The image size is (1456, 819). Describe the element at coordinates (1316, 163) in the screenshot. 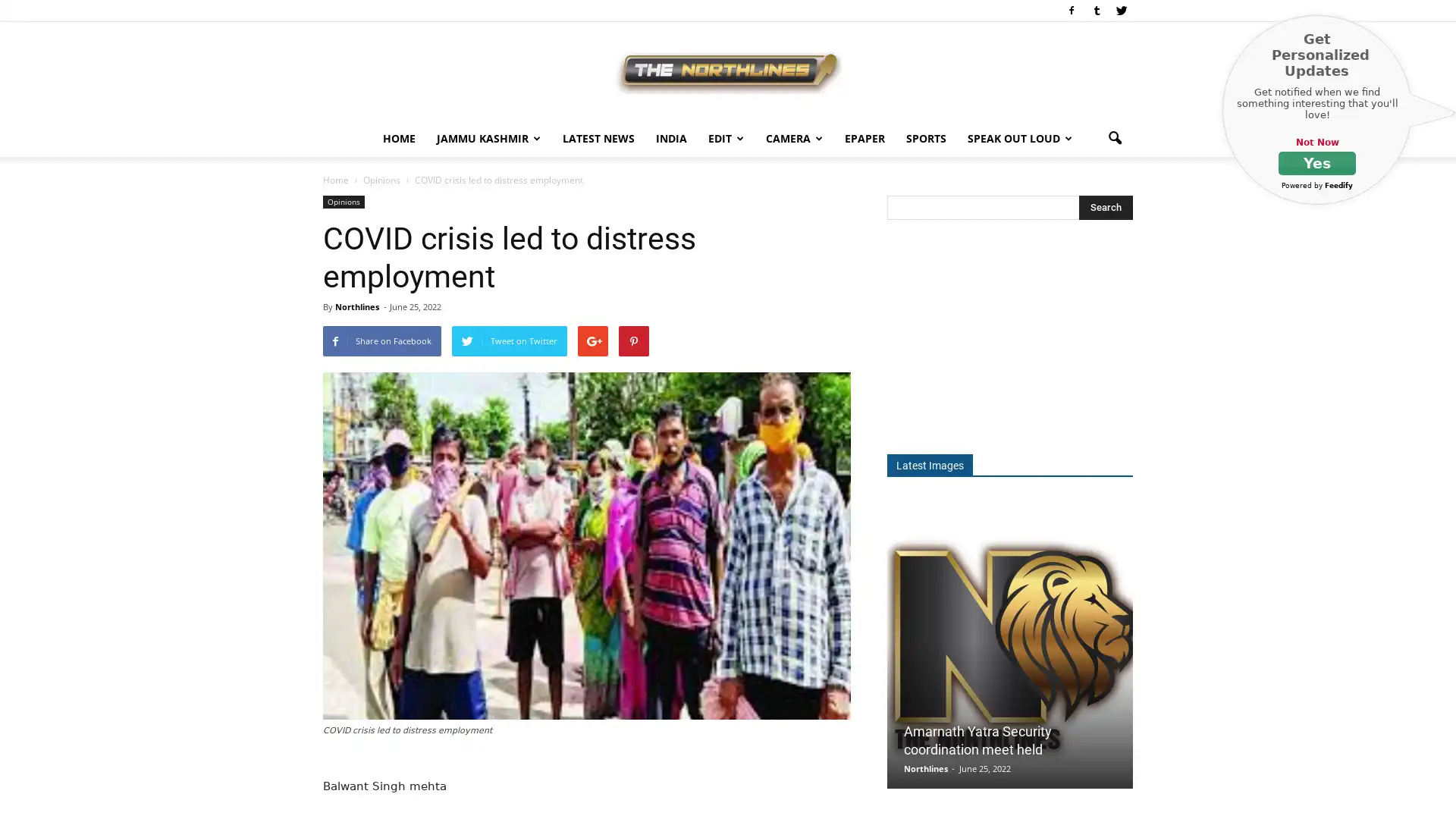

I see `Yes` at that location.